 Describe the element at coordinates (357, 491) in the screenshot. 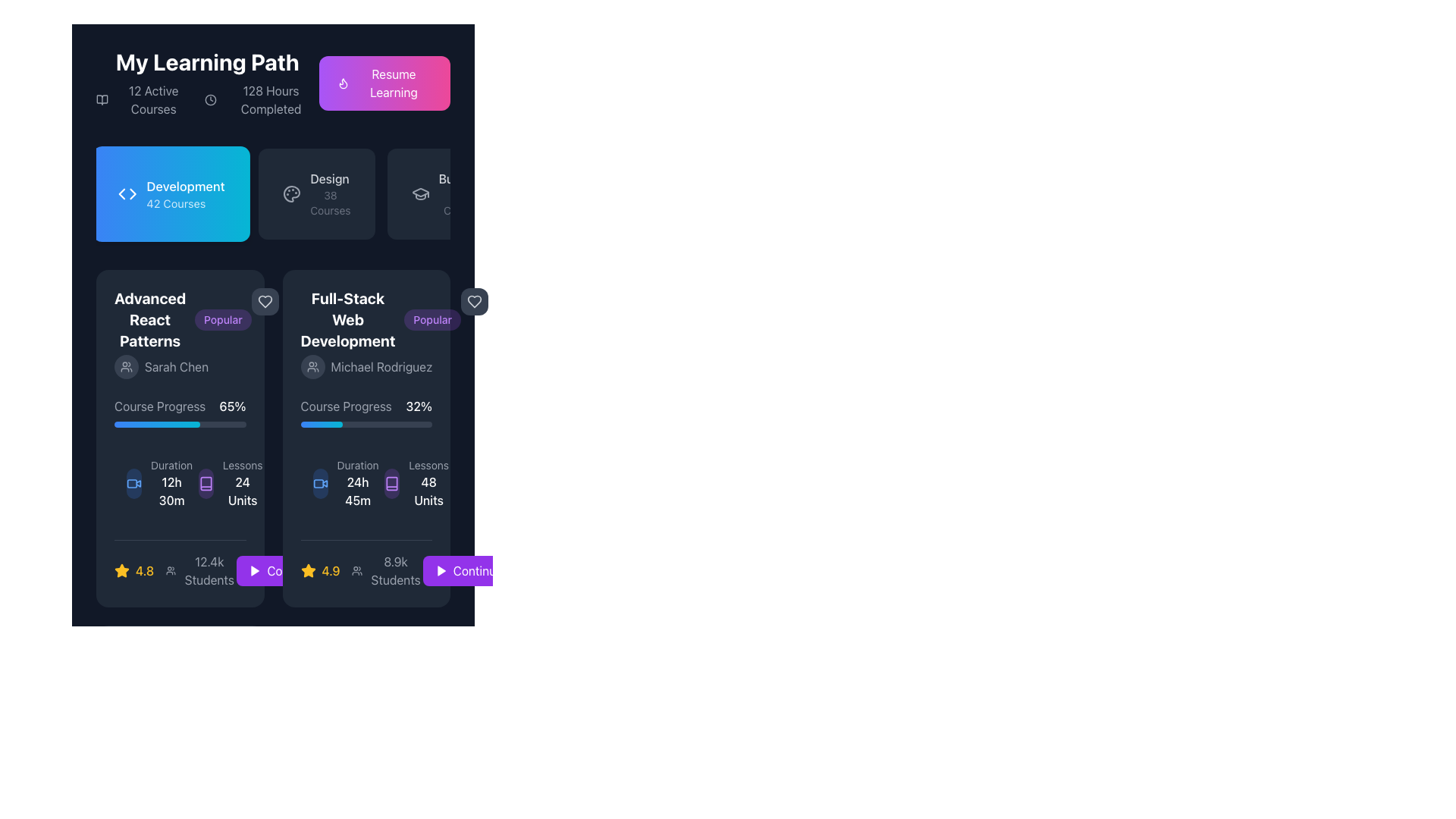

I see `text displaying the time duration of the course located below the 'Duration' text in the course card for 'Full-Stack Web Development'` at that location.